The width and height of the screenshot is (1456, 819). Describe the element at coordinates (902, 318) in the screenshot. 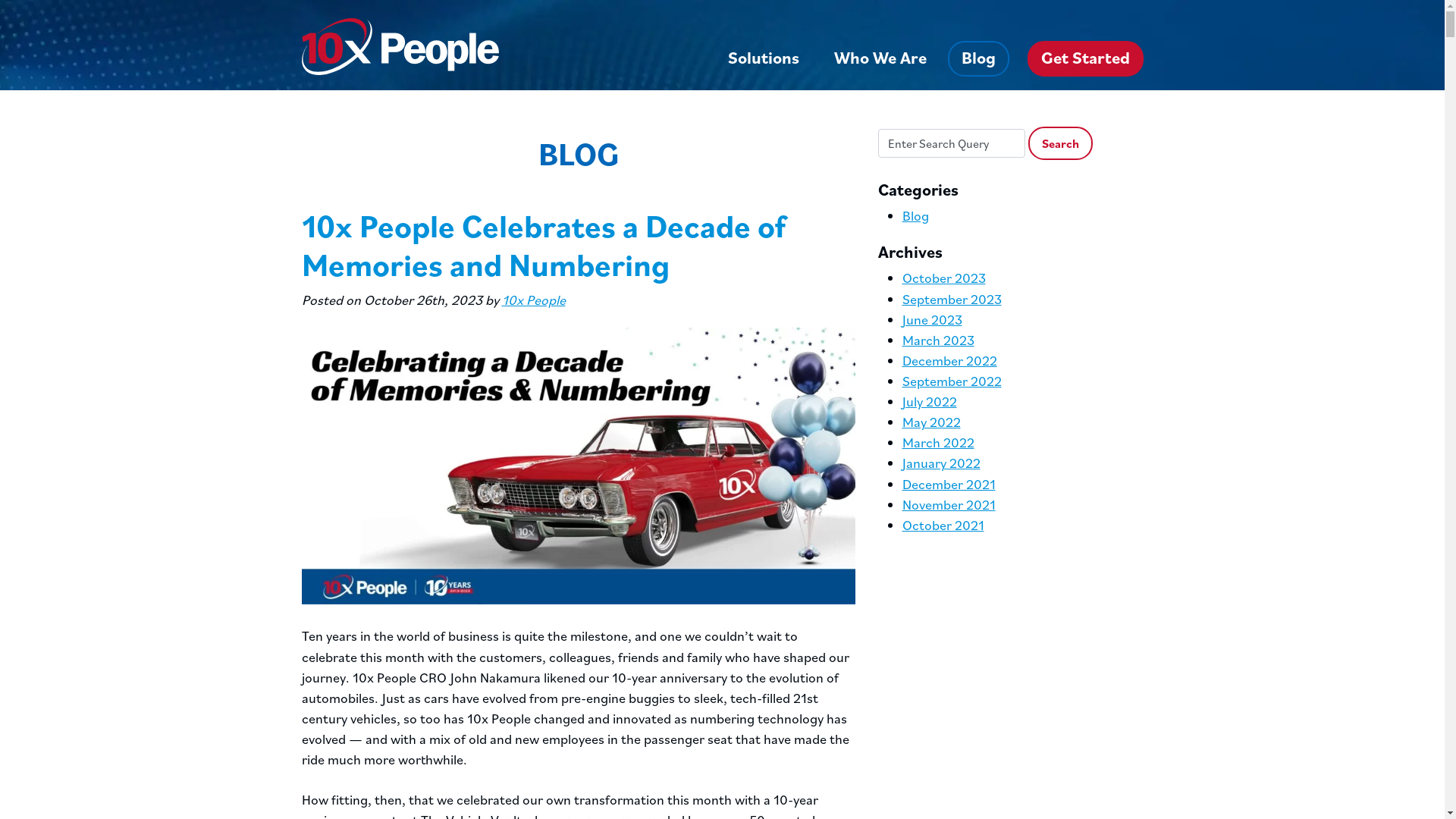

I see `'June 2023'` at that location.